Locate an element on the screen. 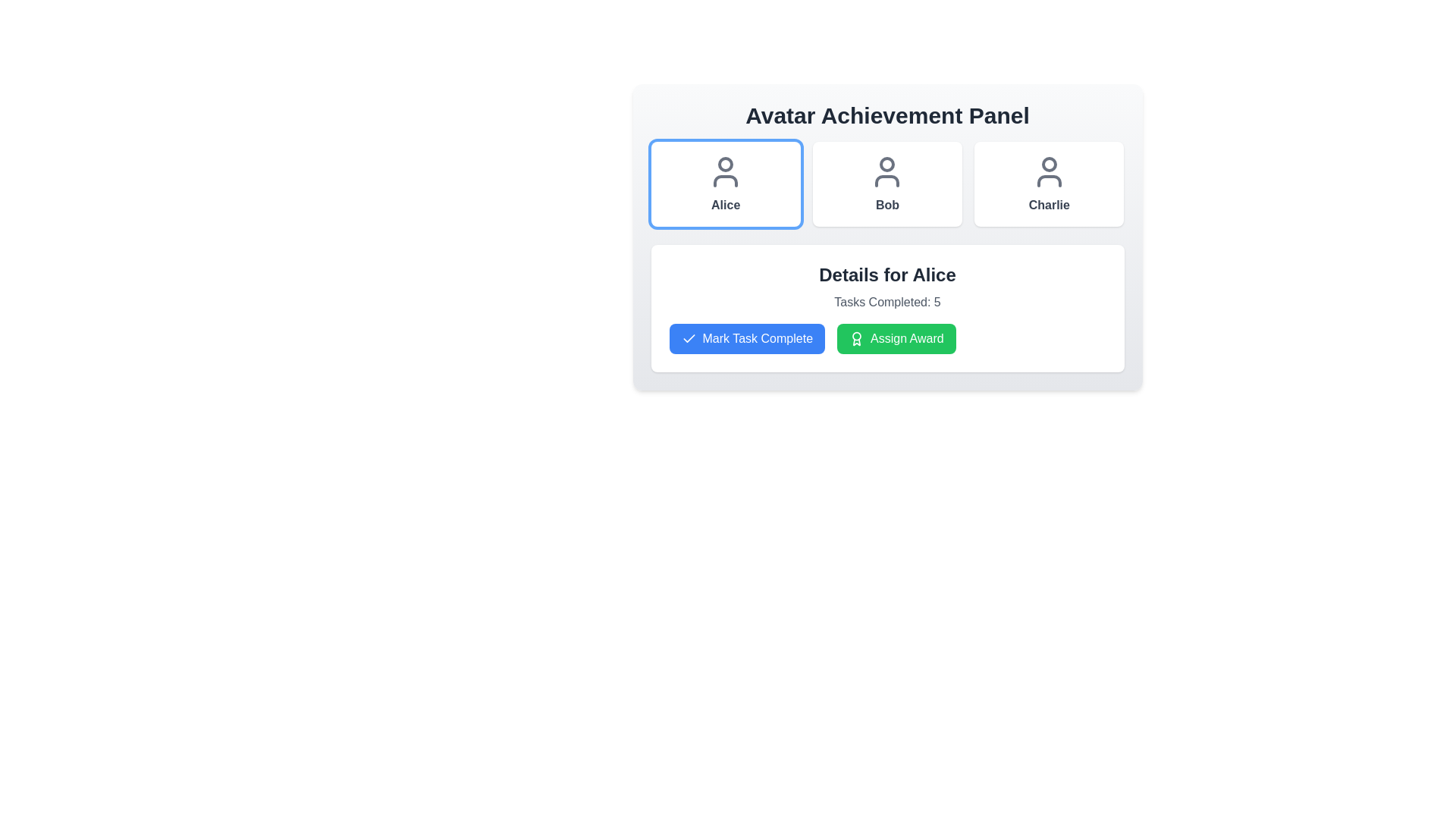 The image size is (1456, 819). the 'Mark Task Complete' button on the detailed display for user 'Alice' within the Avatar Achievement Panel is located at coordinates (887, 308).